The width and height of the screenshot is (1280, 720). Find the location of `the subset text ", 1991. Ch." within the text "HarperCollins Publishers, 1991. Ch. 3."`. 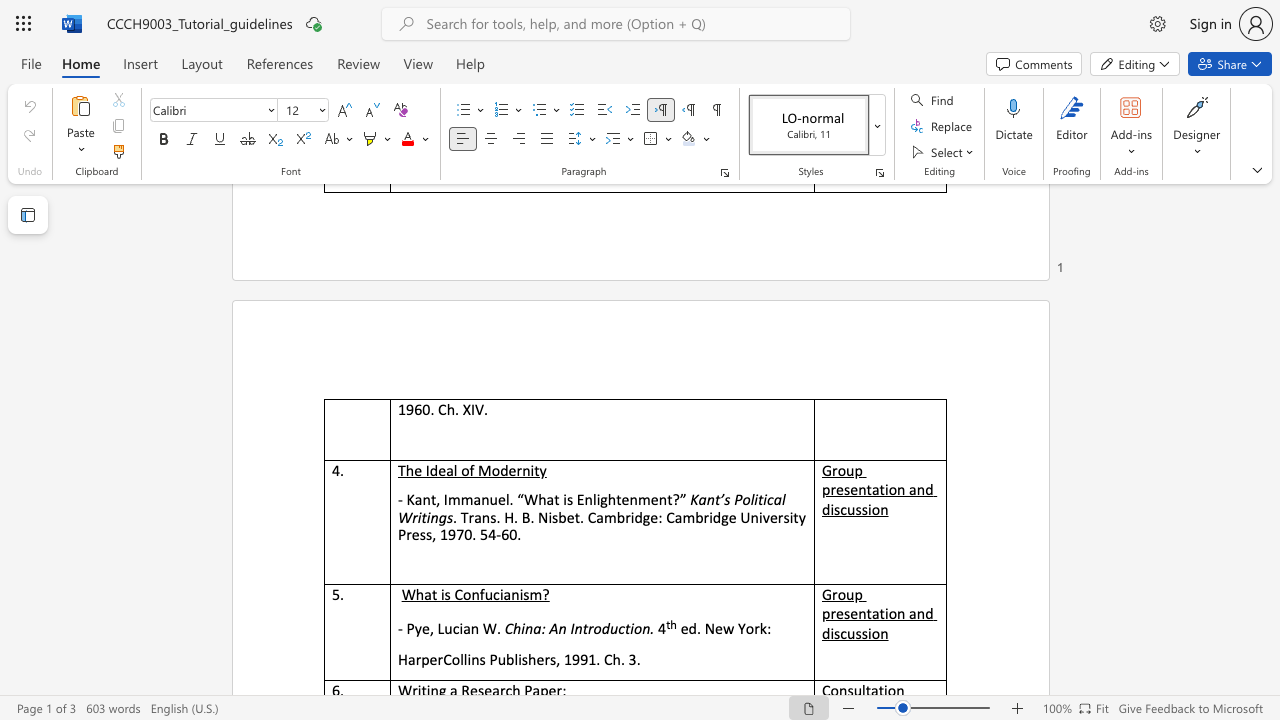

the subset text ", 1991. Ch." within the text "HarperCollins Publishers, 1991. Ch. 3." is located at coordinates (556, 659).